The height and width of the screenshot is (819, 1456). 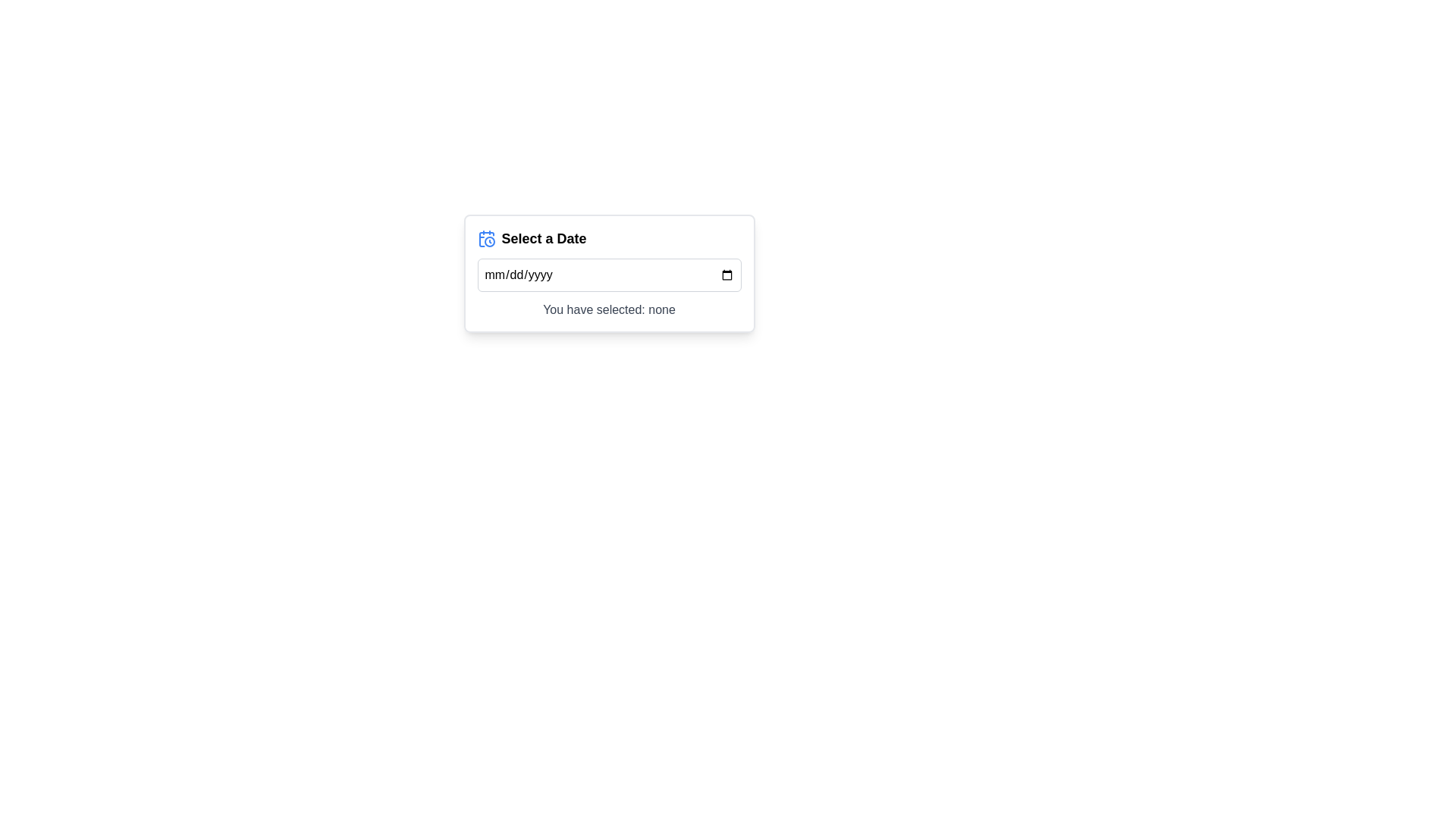 I want to click on the icon located to the left of the 'Select a Date' label, so click(x=486, y=239).